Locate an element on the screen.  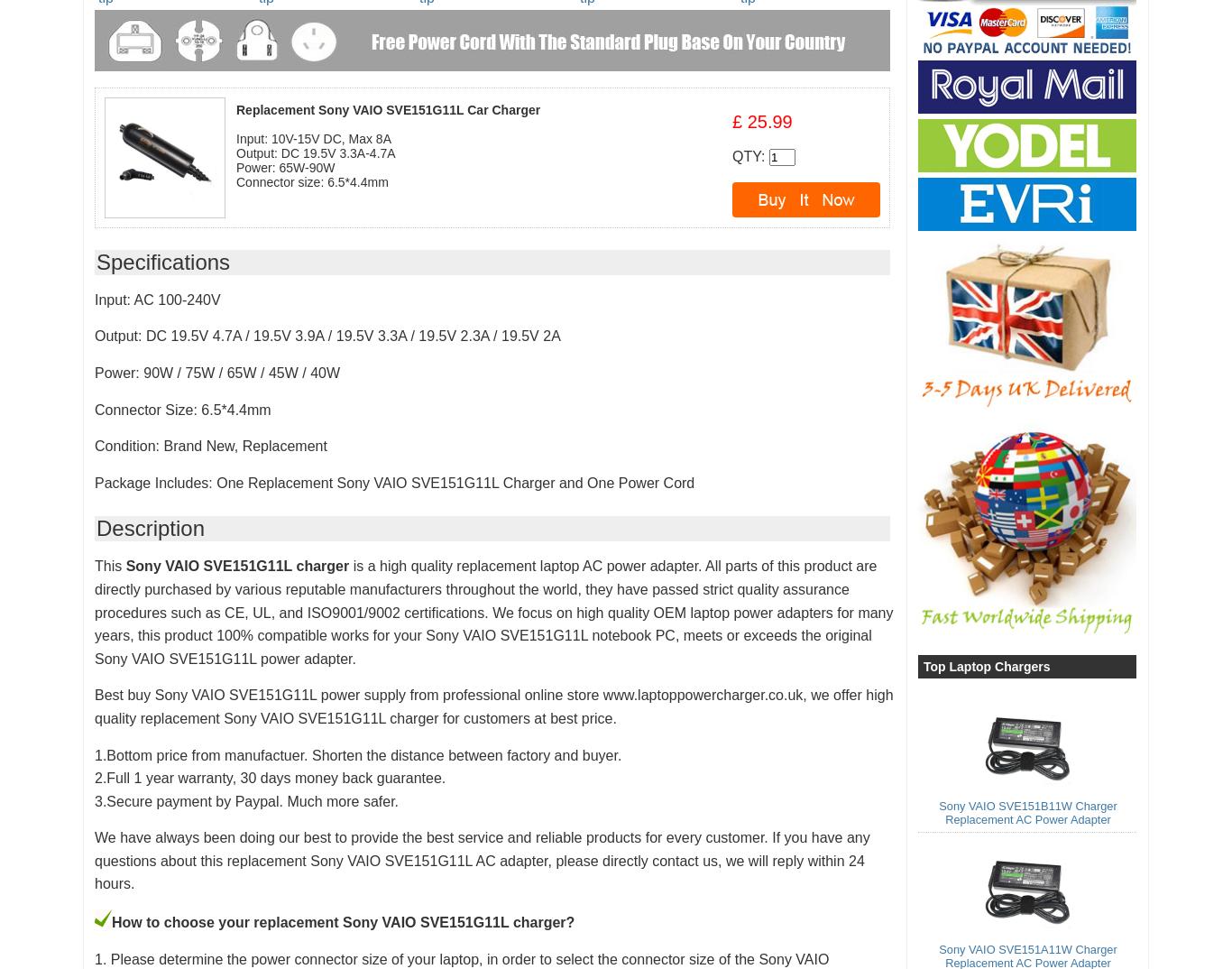
'Sony VAIO SVE151G11L charger' is located at coordinates (236, 566).